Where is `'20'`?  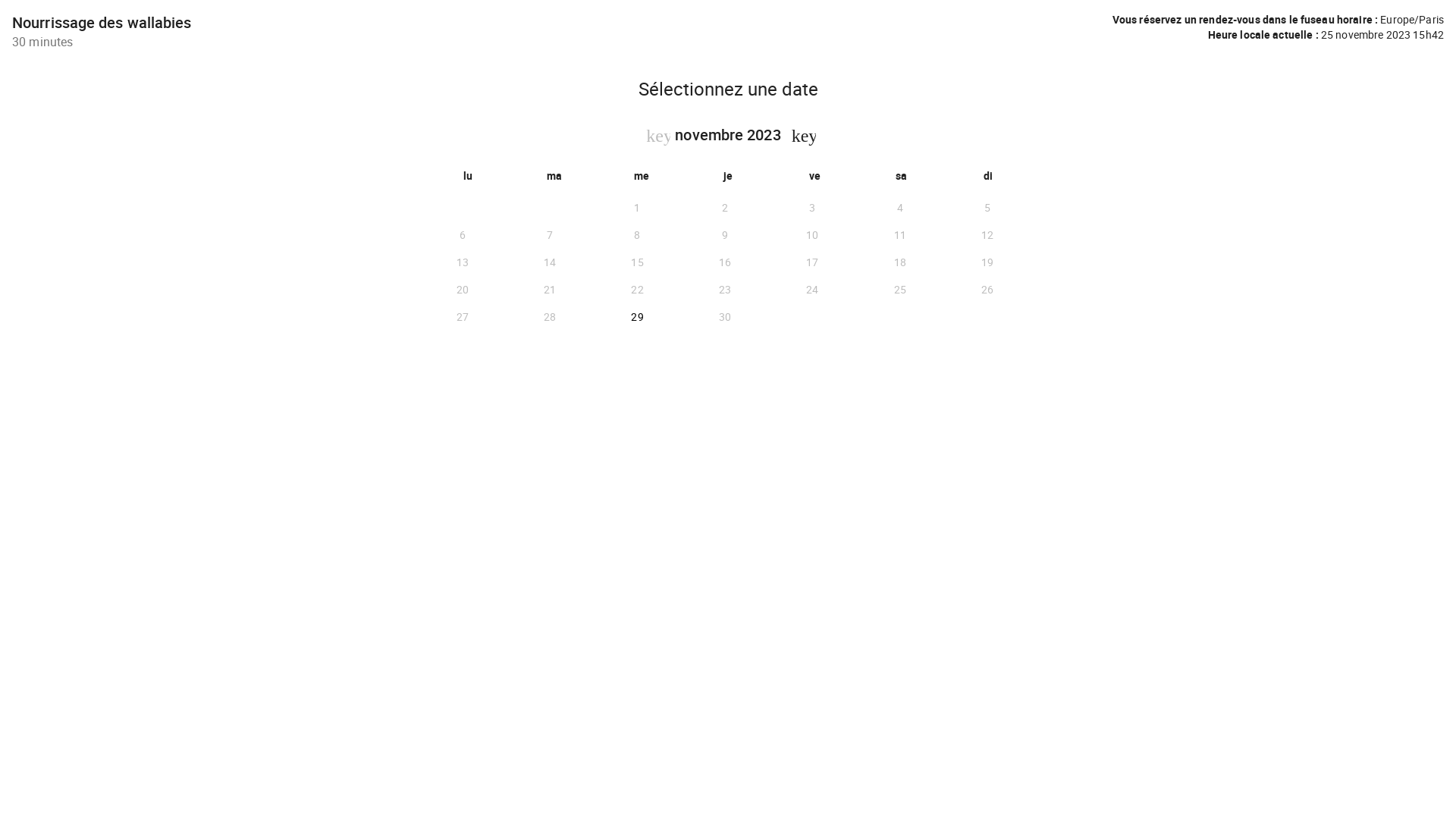
'20' is located at coordinates (461, 289).